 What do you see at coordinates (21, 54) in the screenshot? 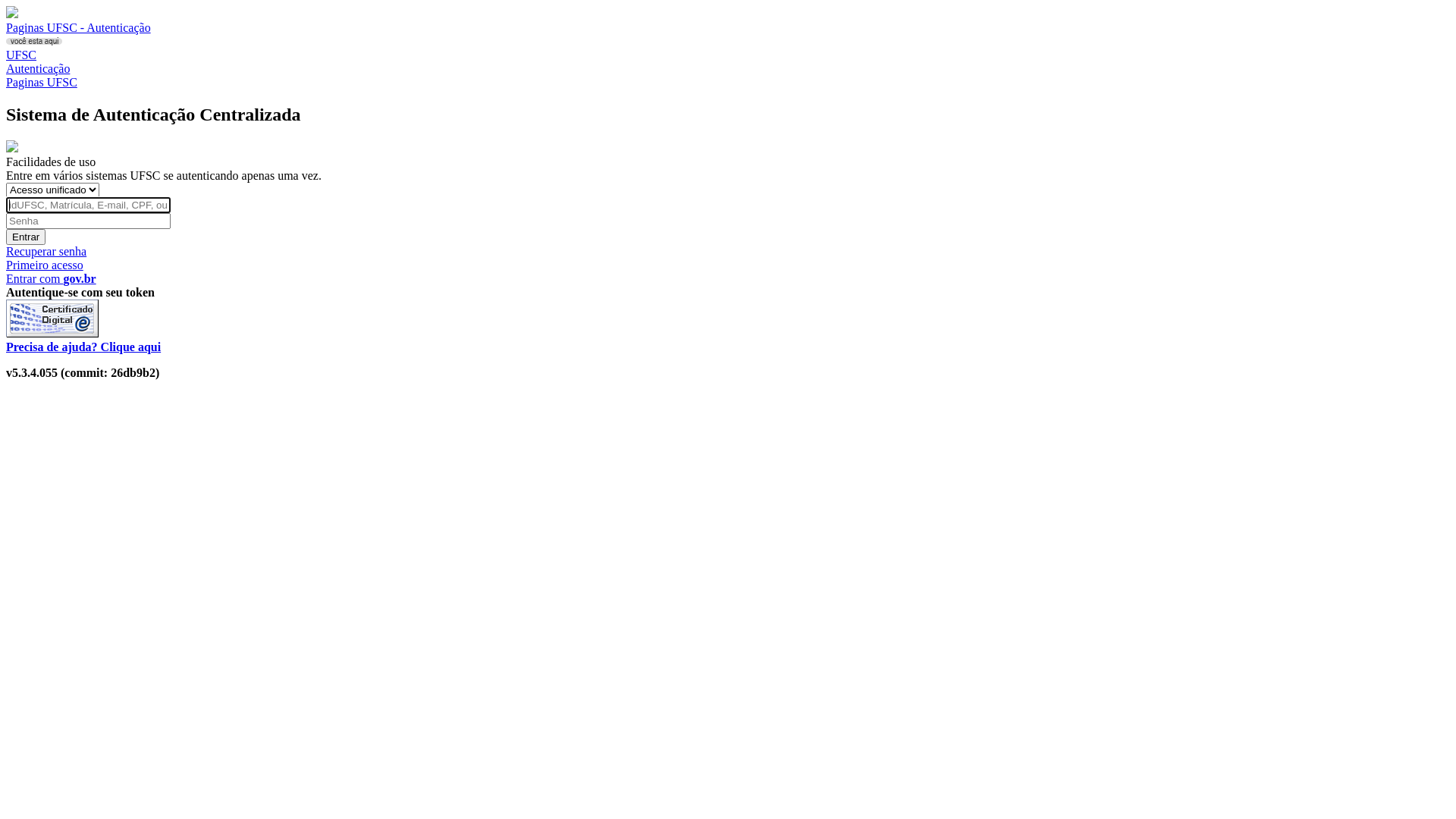
I see `'UFSC'` at bounding box center [21, 54].